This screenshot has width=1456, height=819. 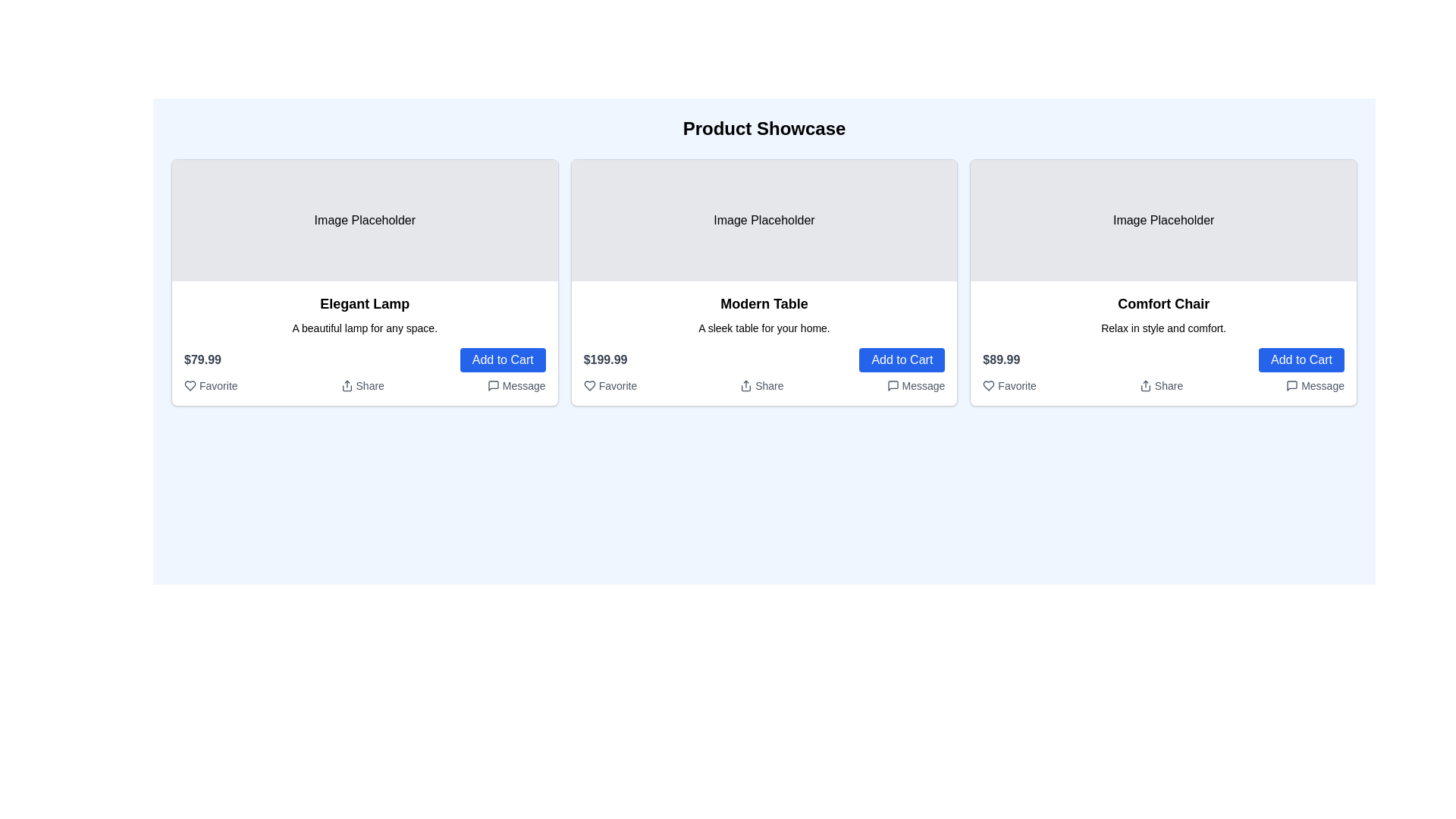 What do you see at coordinates (1163, 220) in the screenshot?
I see `the text label displaying 'Image Placeholder' in dark gray, located in the upper section of the third product card labeled 'Comfort Chair'` at bounding box center [1163, 220].